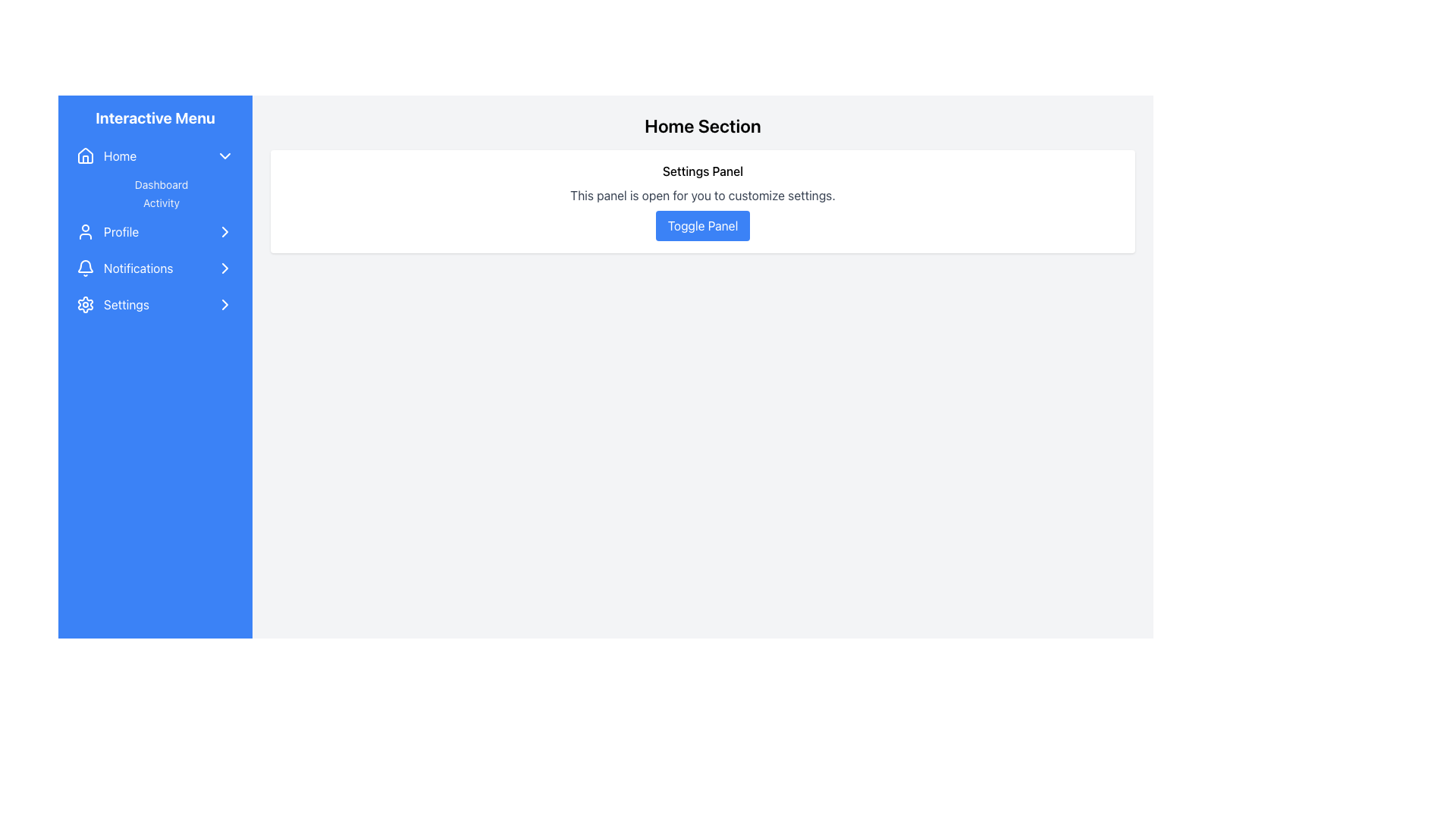  I want to click on the third menu option in the vertical navigation bar, which is located between the 'Home' and 'Notifications' options, so click(155, 231).